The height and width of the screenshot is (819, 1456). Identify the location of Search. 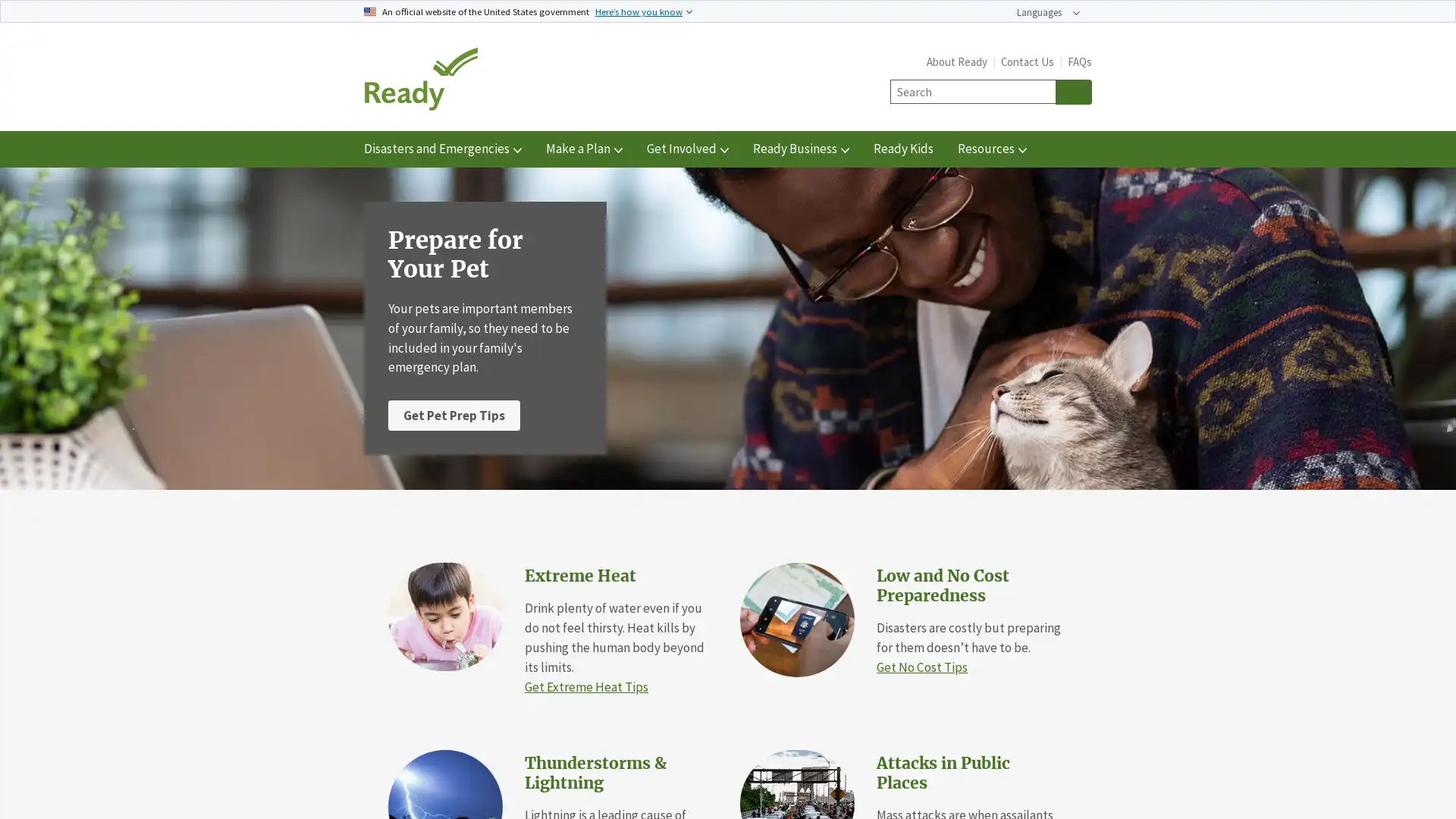
(1073, 91).